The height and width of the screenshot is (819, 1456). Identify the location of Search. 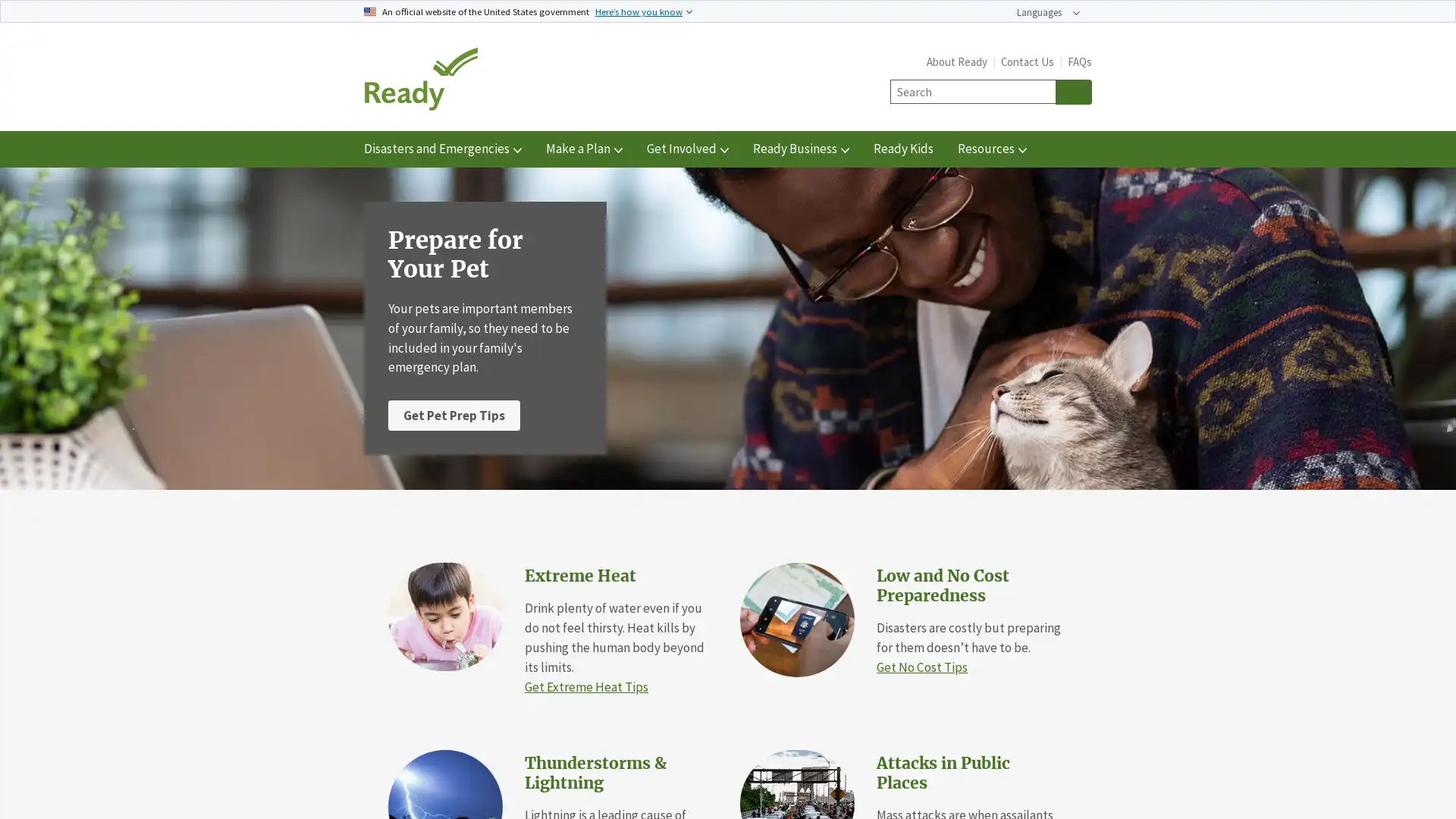
(1073, 91).